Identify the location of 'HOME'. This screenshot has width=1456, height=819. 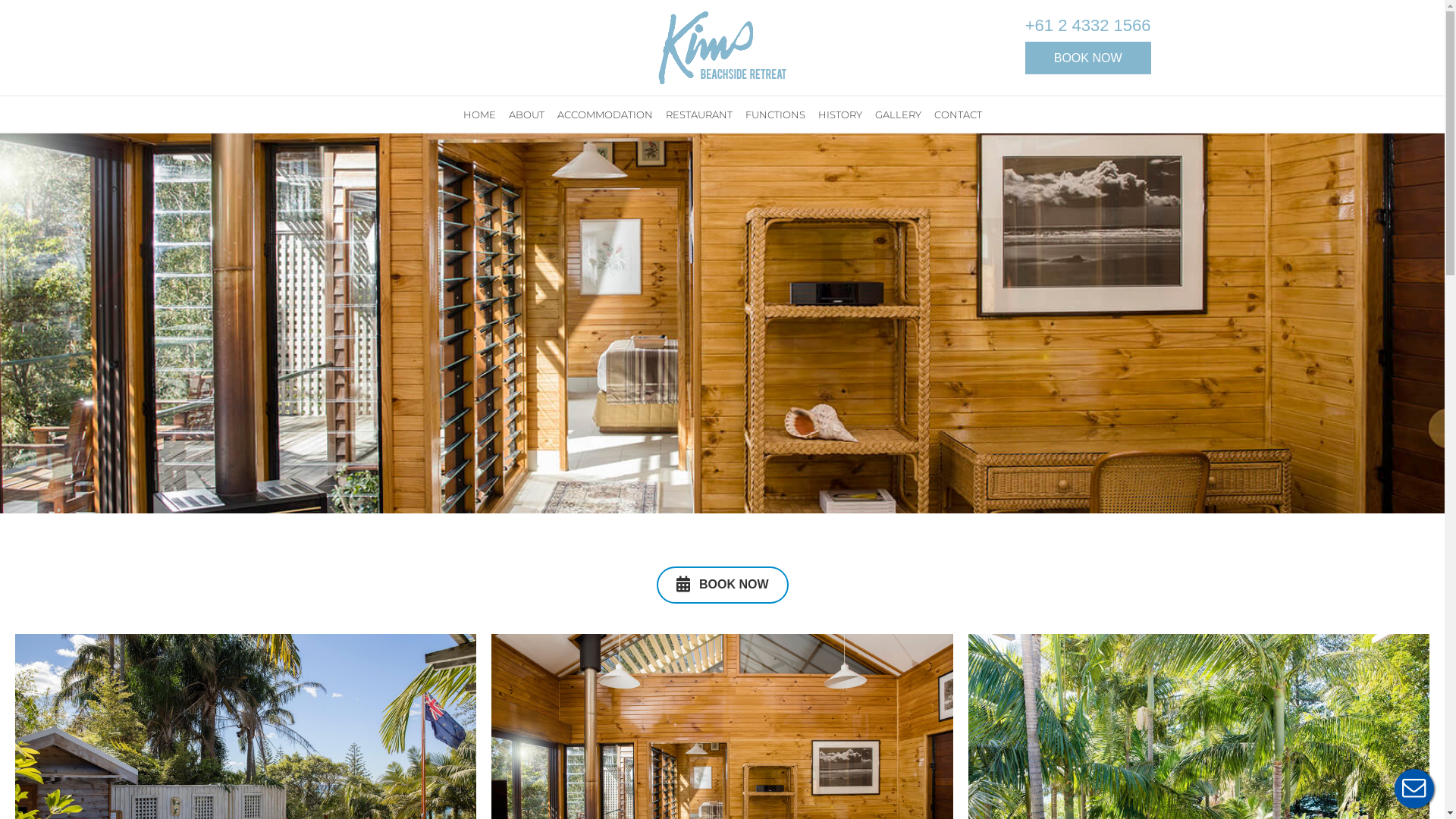
(479, 113).